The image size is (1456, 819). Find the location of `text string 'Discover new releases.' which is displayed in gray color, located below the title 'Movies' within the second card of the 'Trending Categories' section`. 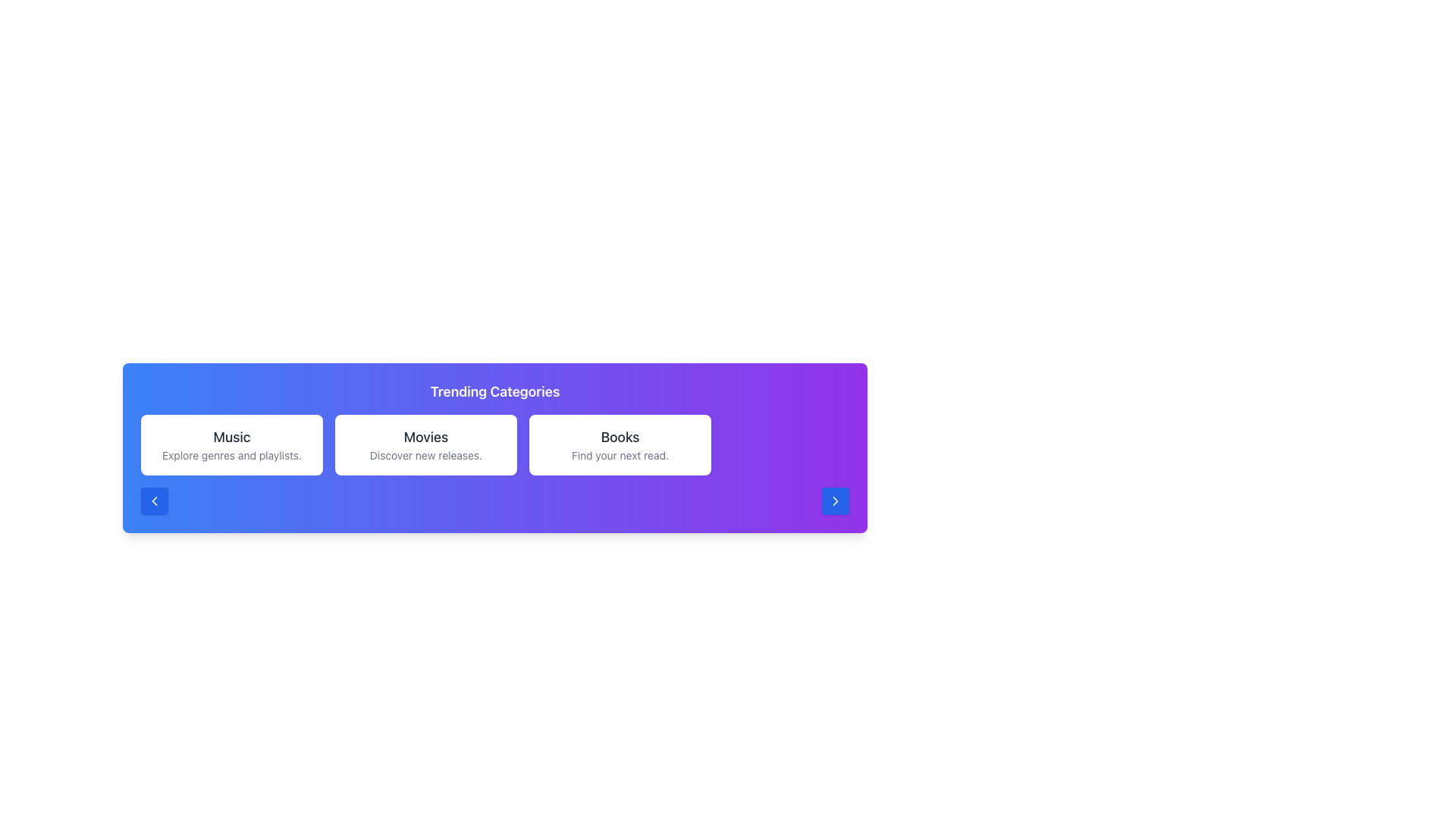

text string 'Discover new releases.' which is displayed in gray color, located below the title 'Movies' within the second card of the 'Trending Categories' section is located at coordinates (425, 455).